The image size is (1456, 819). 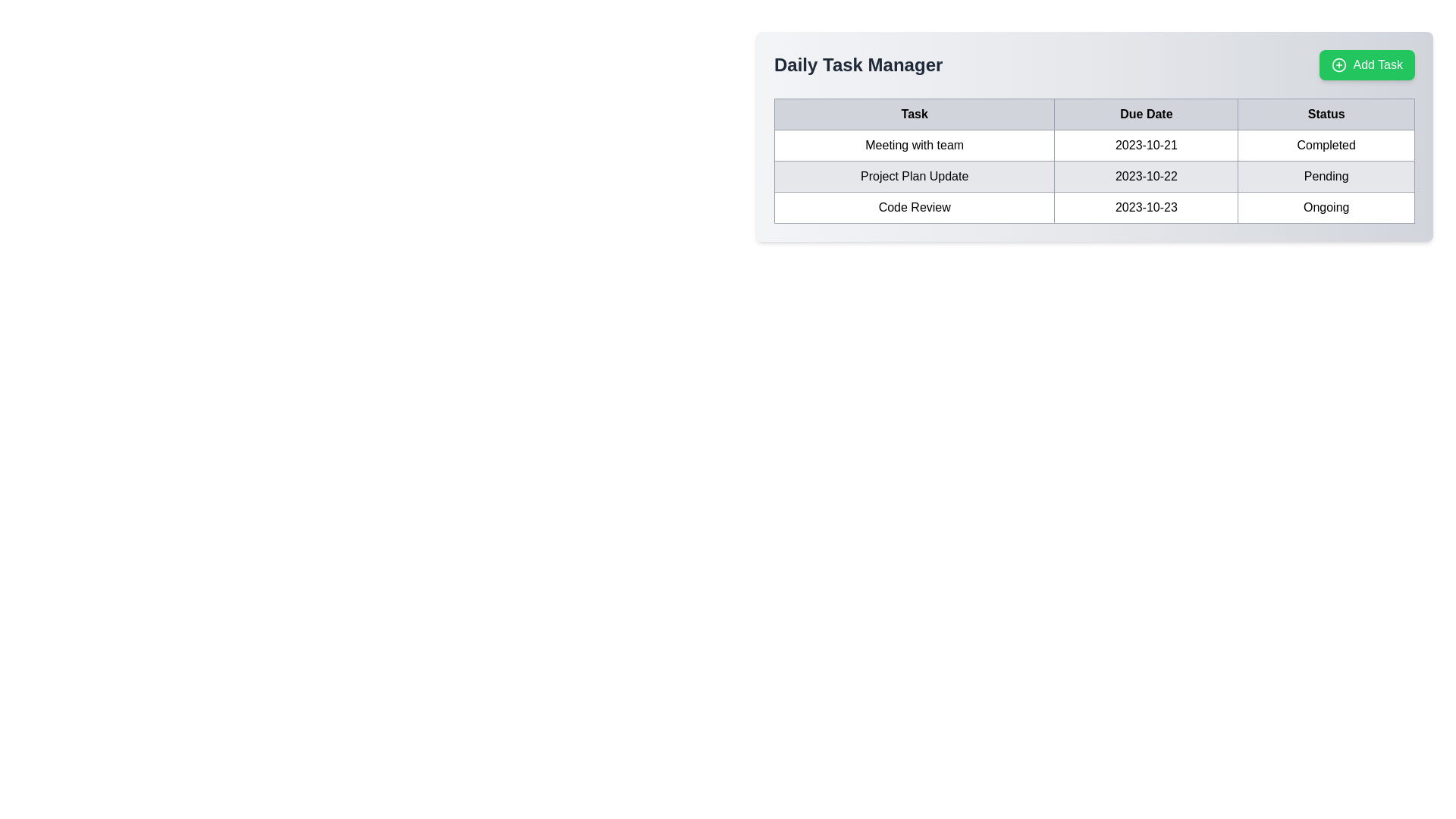 I want to click on text of the first cell in the second row of the table under the 'Task' column, which displays the title or description of a task in the task manager application, so click(x=914, y=175).